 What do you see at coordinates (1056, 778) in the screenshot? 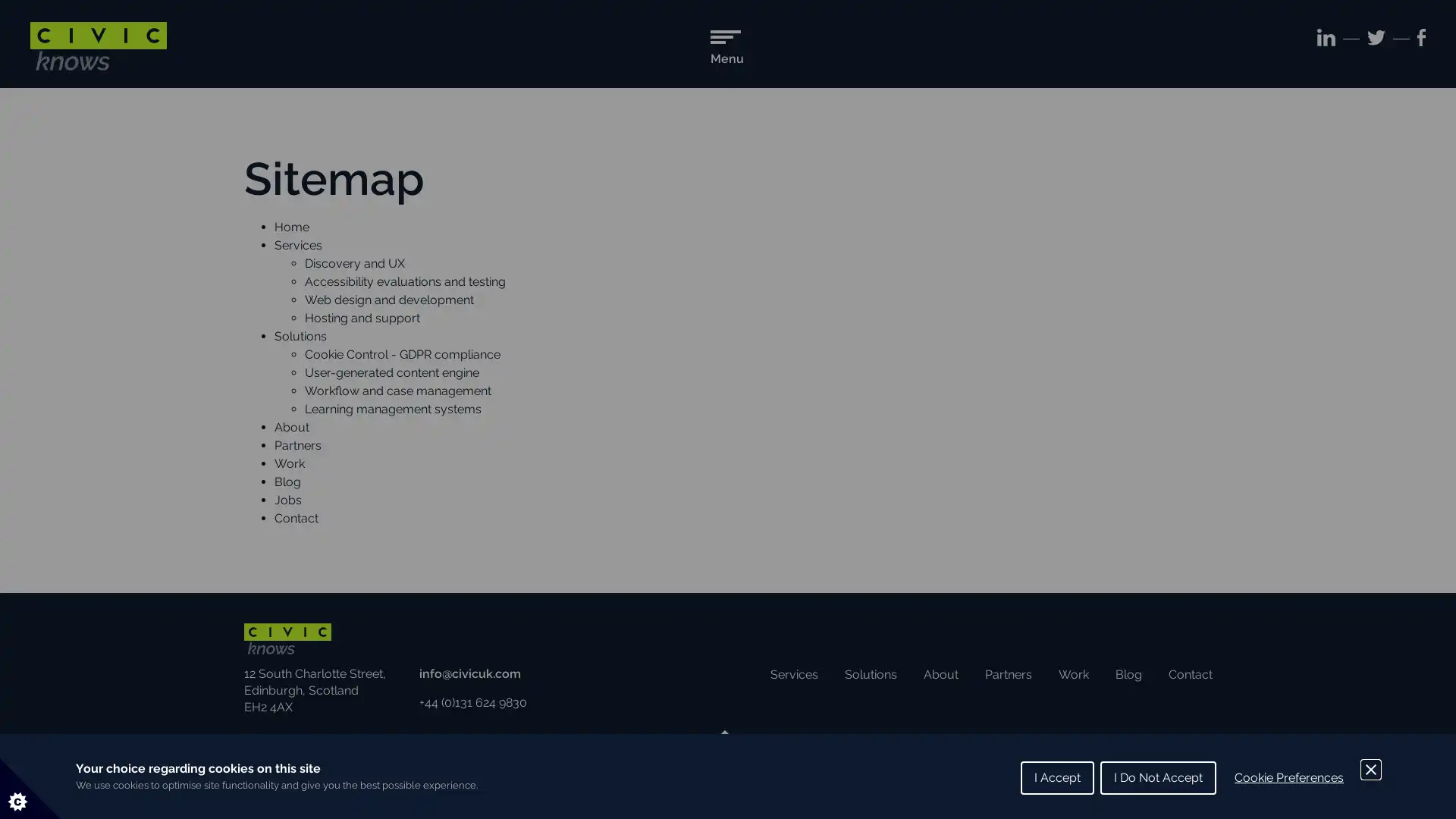
I see `I Accept` at bounding box center [1056, 778].